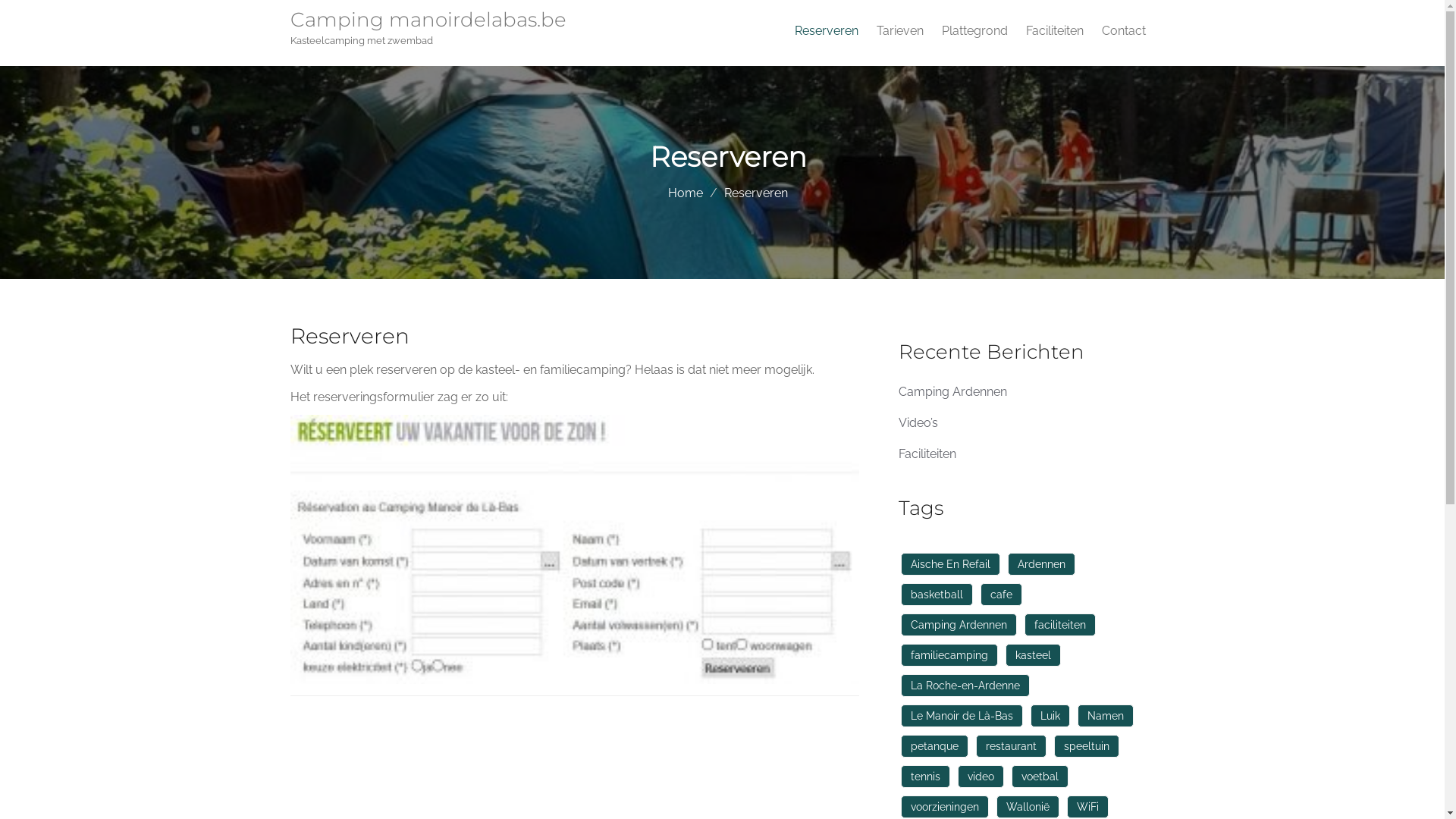  I want to click on 'Camping manoirdelabas.be', so click(432, 23).